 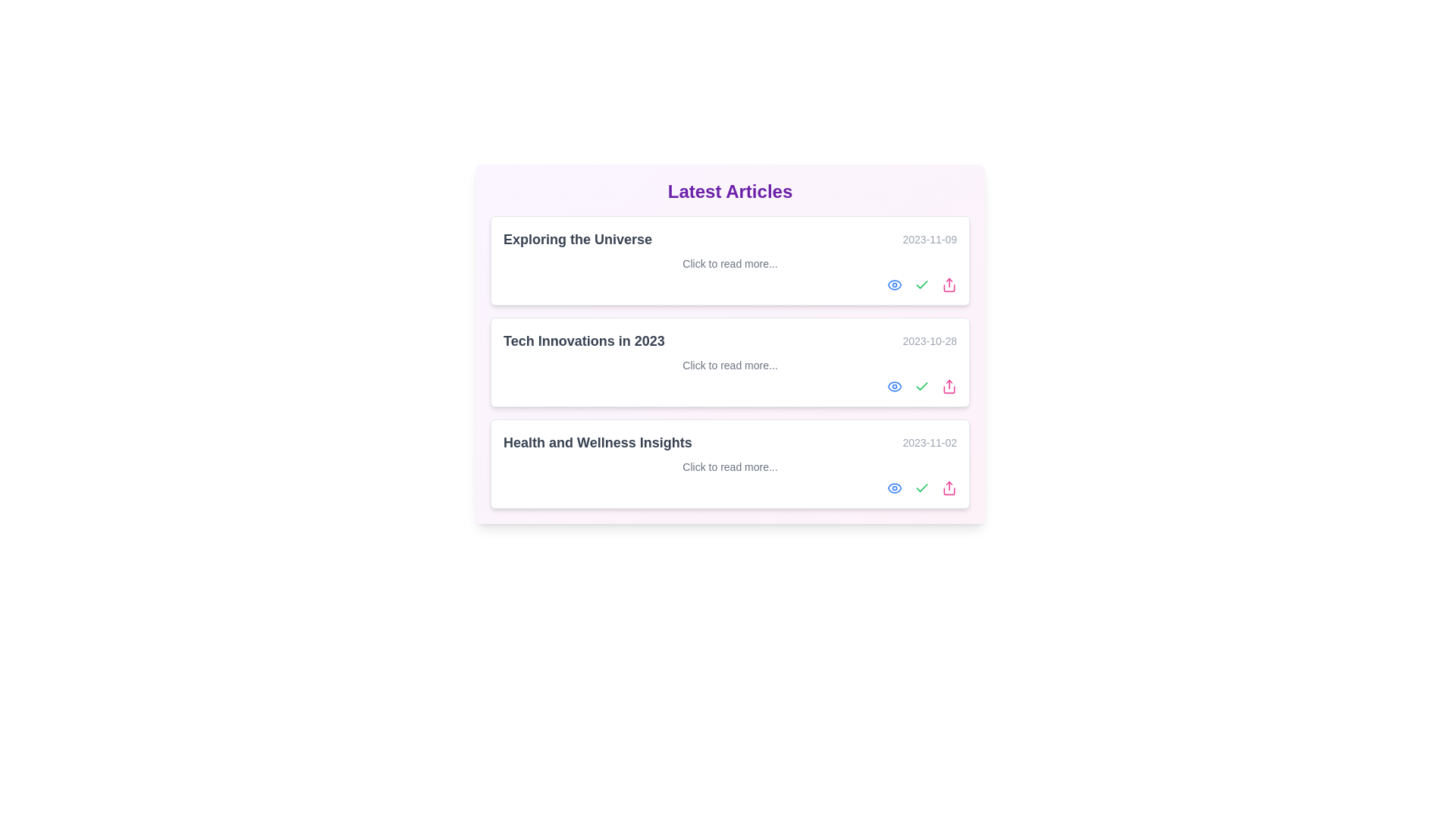 I want to click on 'Share' icon for the article titled Exploring the Universe, so click(x=949, y=284).